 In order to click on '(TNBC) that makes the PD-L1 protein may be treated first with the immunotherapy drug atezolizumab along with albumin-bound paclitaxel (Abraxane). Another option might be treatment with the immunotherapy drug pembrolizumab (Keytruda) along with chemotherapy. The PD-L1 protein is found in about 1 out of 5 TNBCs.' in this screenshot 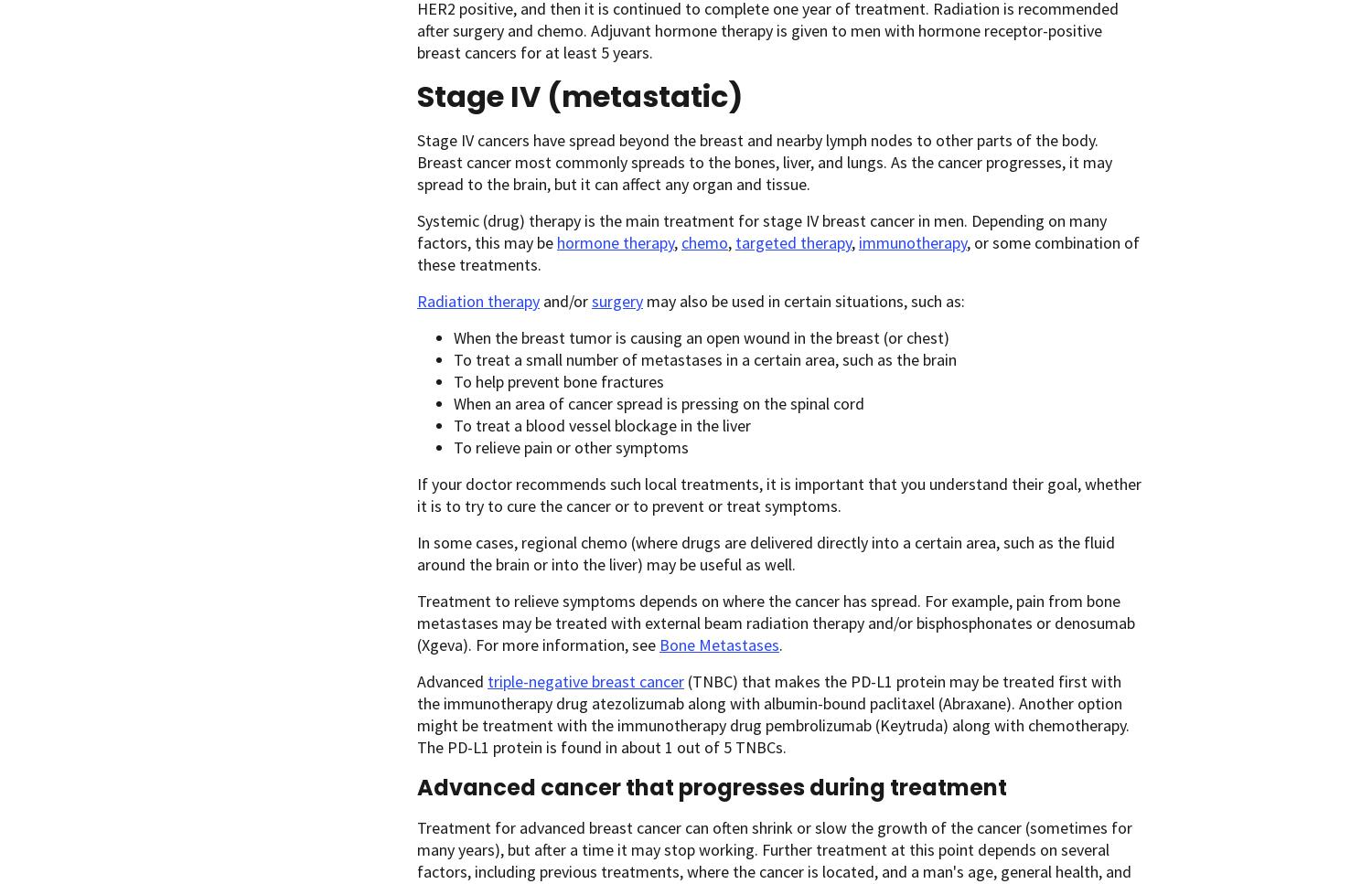, I will do `click(772, 714)`.